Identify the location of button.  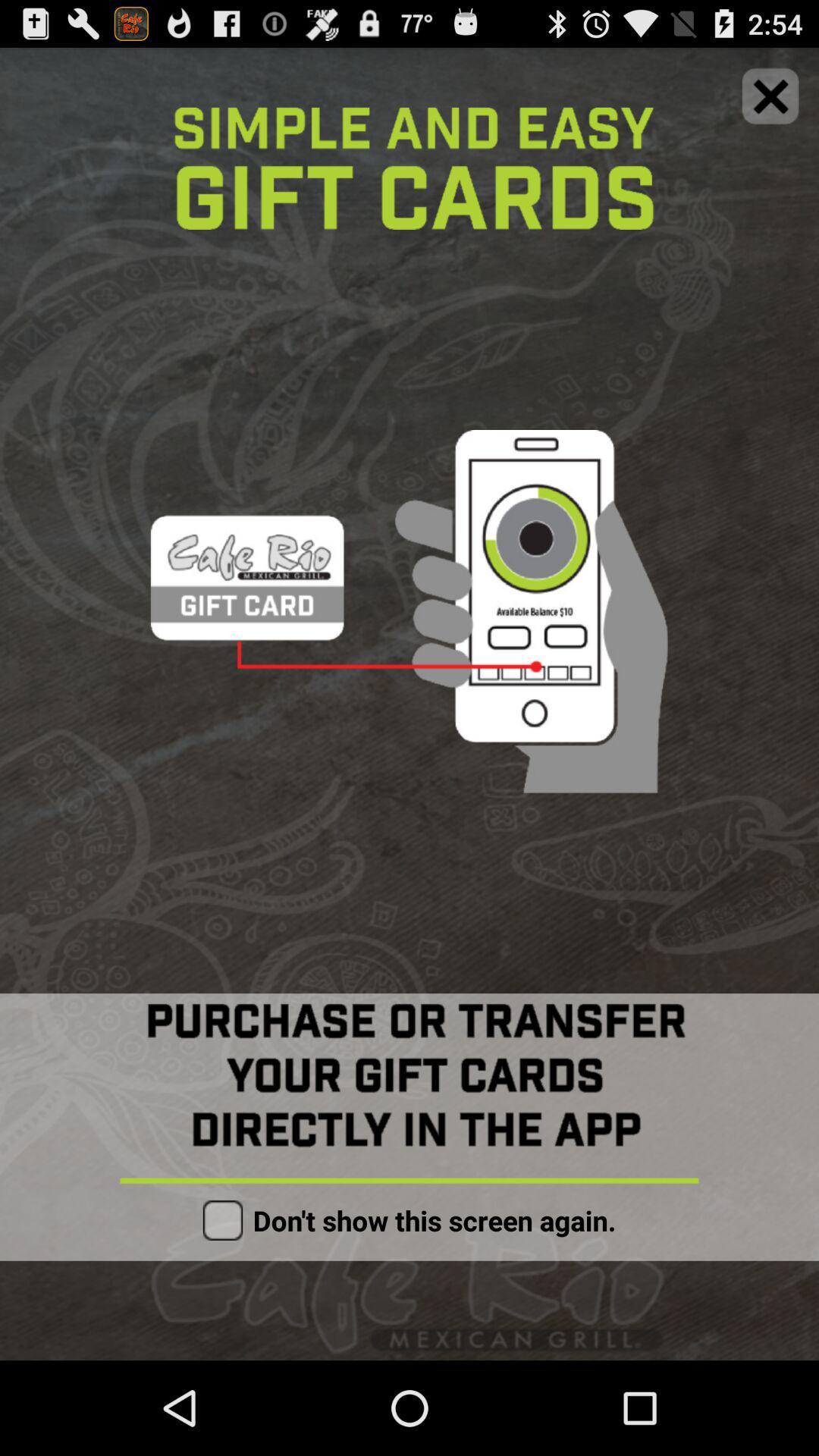
(222, 1220).